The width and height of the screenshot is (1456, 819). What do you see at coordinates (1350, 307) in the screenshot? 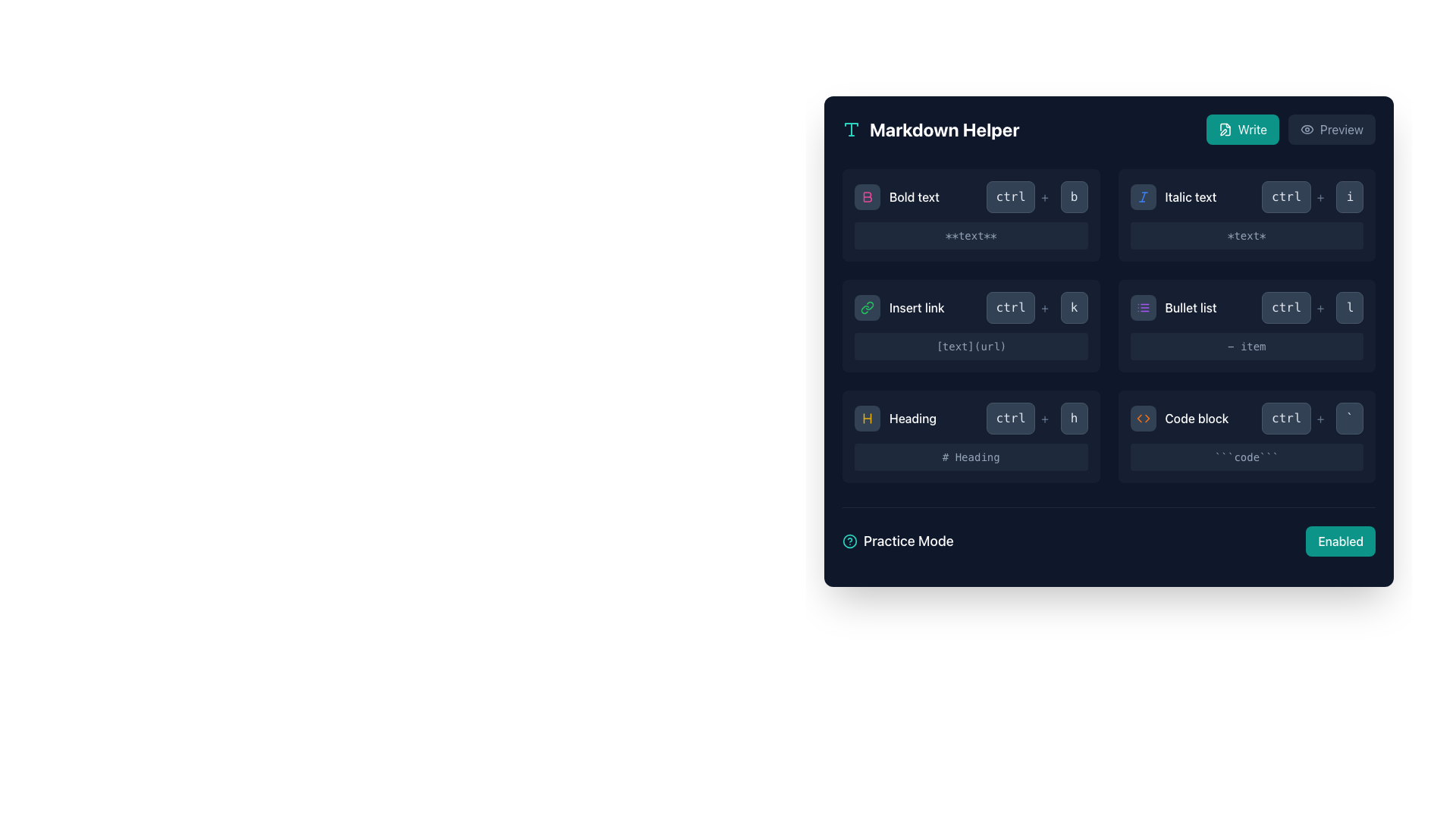
I see `the 'l' key button in the Bullet list command row located at the bottom-right corner of the Markdown Helper panel` at bounding box center [1350, 307].